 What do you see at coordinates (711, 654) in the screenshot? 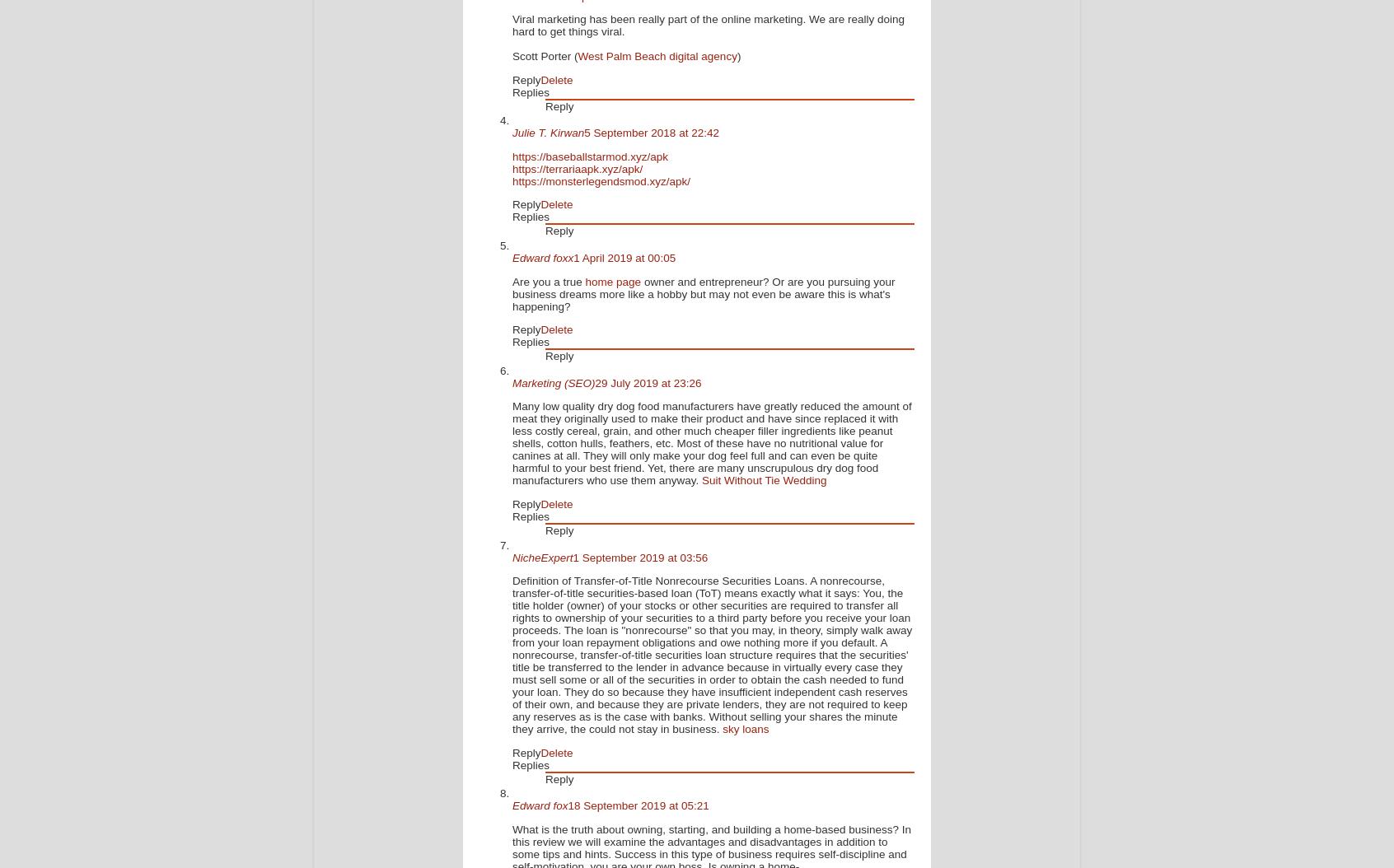
I see `'Definition of Transfer-of-Title Nonrecourse Securities Loans. A nonrecourse, transfer-of-title securities-based loan (ToT) means exactly what it says: You, the title holder (owner) of your stocks or other securities are required to transfer all rights to ownership of your securities to a third party before you receive your loan proceeds. The loan is "nonrecourse" so that you may, in theory, simply walk away from your loan repayment obligations and owe nothing more if you default. A nonrecourse, transfer-of-title securities loan structure requires that the securities' title be transferred to the lender in advance because in virtually every case they must sell some or all of the securities in order to obtain the cash needed to fund your loan. They do so because they have insufficient independent cash reserves of their own, and because they are private lenders, they are not required to keep any reserves as is the case with banks. Without selling your shares the minute they arrive, the could not stay in business.'` at bounding box center [711, 654].